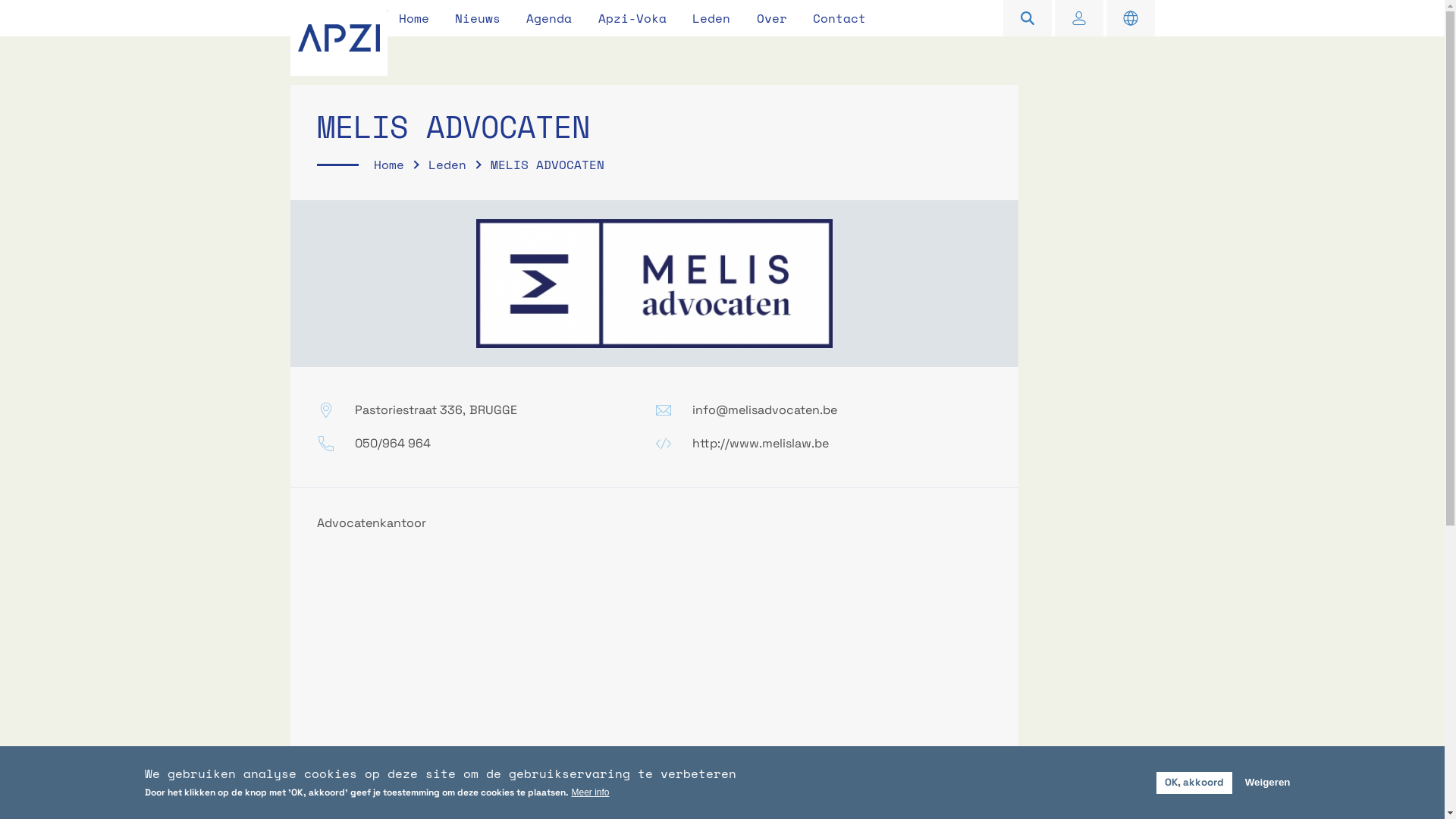 The image size is (1456, 819). What do you see at coordinates (760, 443) in the screenshot?
I see `'http://www.melislaw.be'` at bounding box center [760, 443].